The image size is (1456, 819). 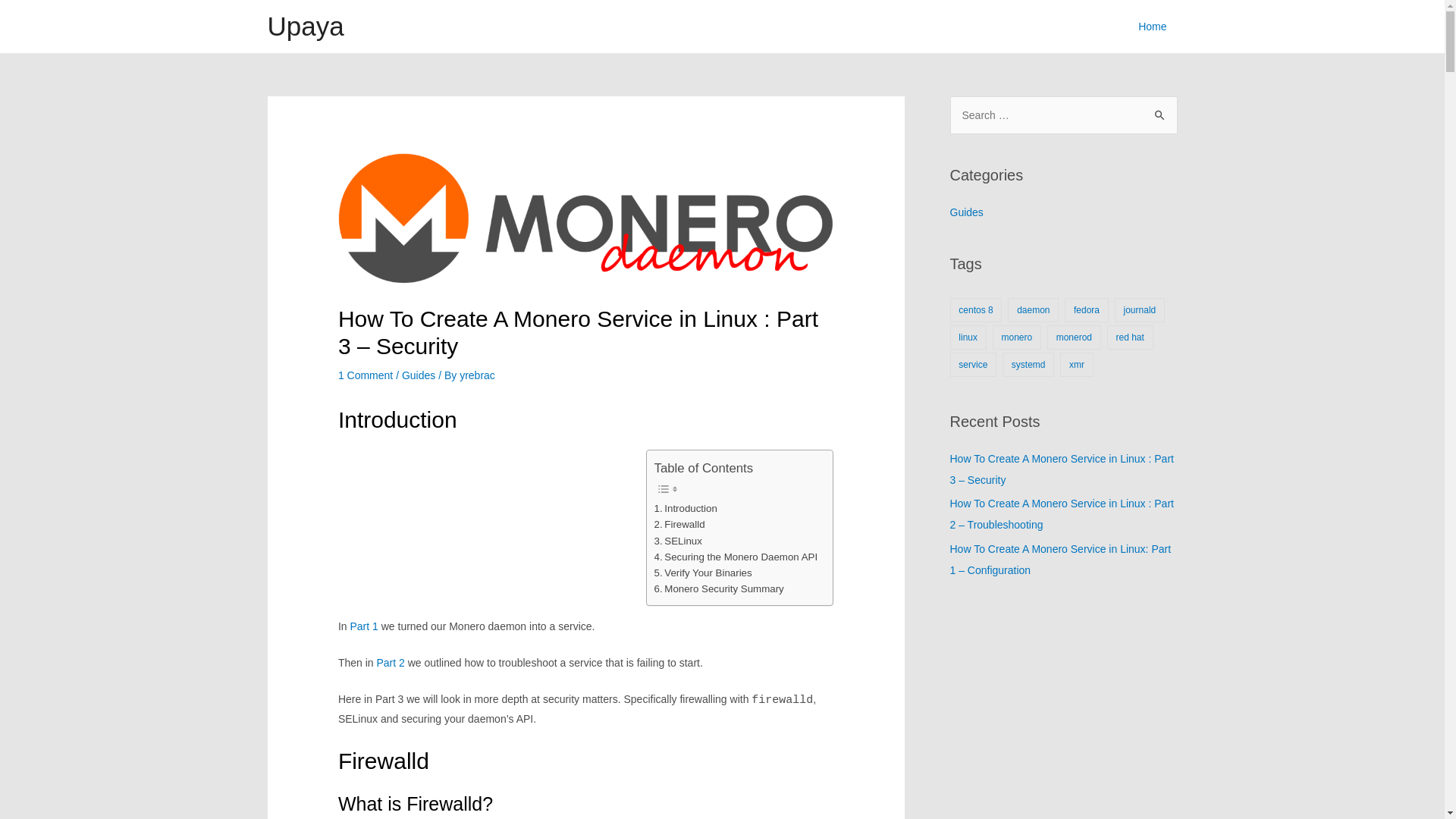 What do you see at coordinates (1106, 336) in the screenshot?
I see `'red hat'` at bounding box center [1106, 336].